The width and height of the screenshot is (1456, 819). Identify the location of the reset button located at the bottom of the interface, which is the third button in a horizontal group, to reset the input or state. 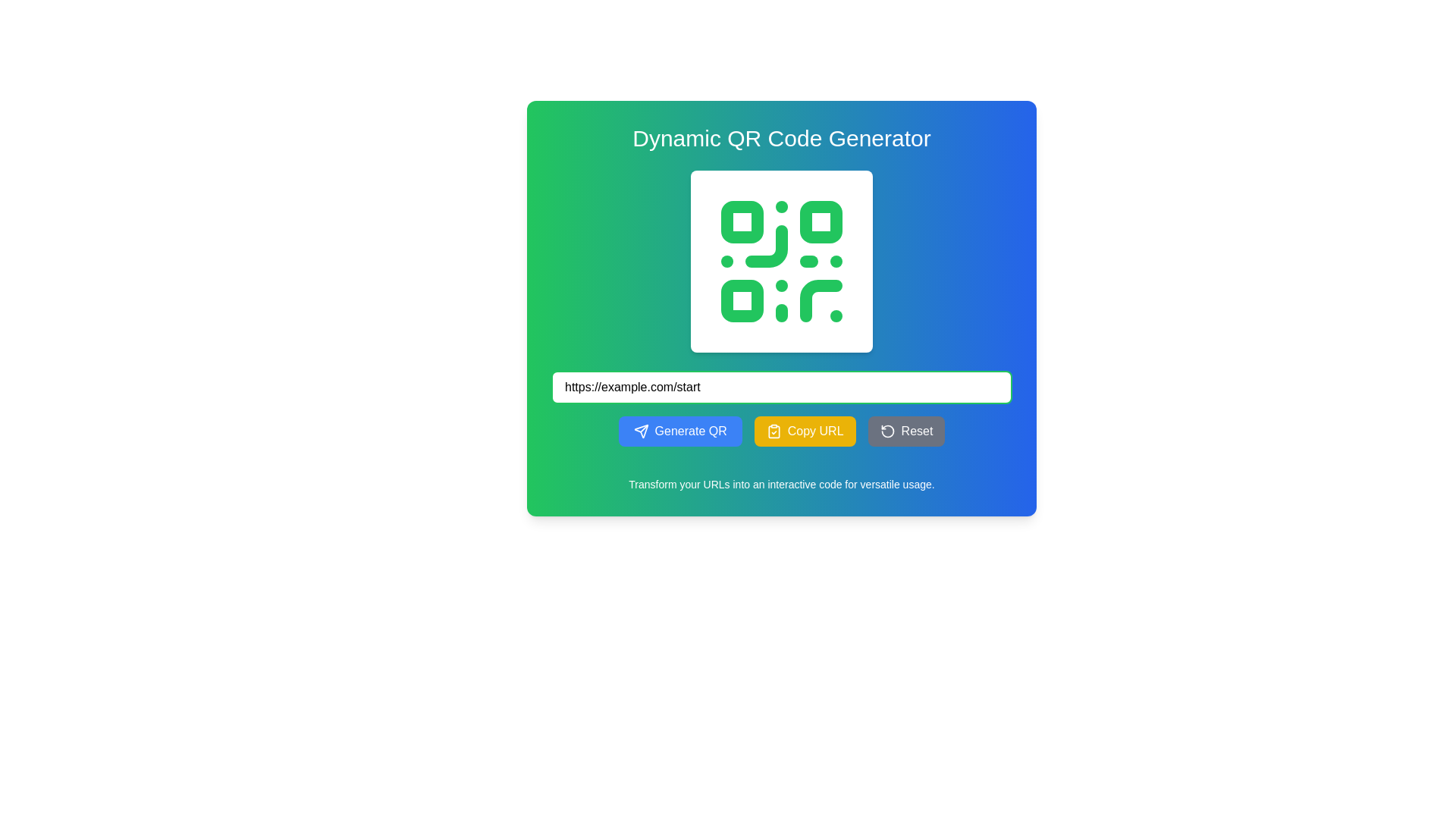
(906, 431).